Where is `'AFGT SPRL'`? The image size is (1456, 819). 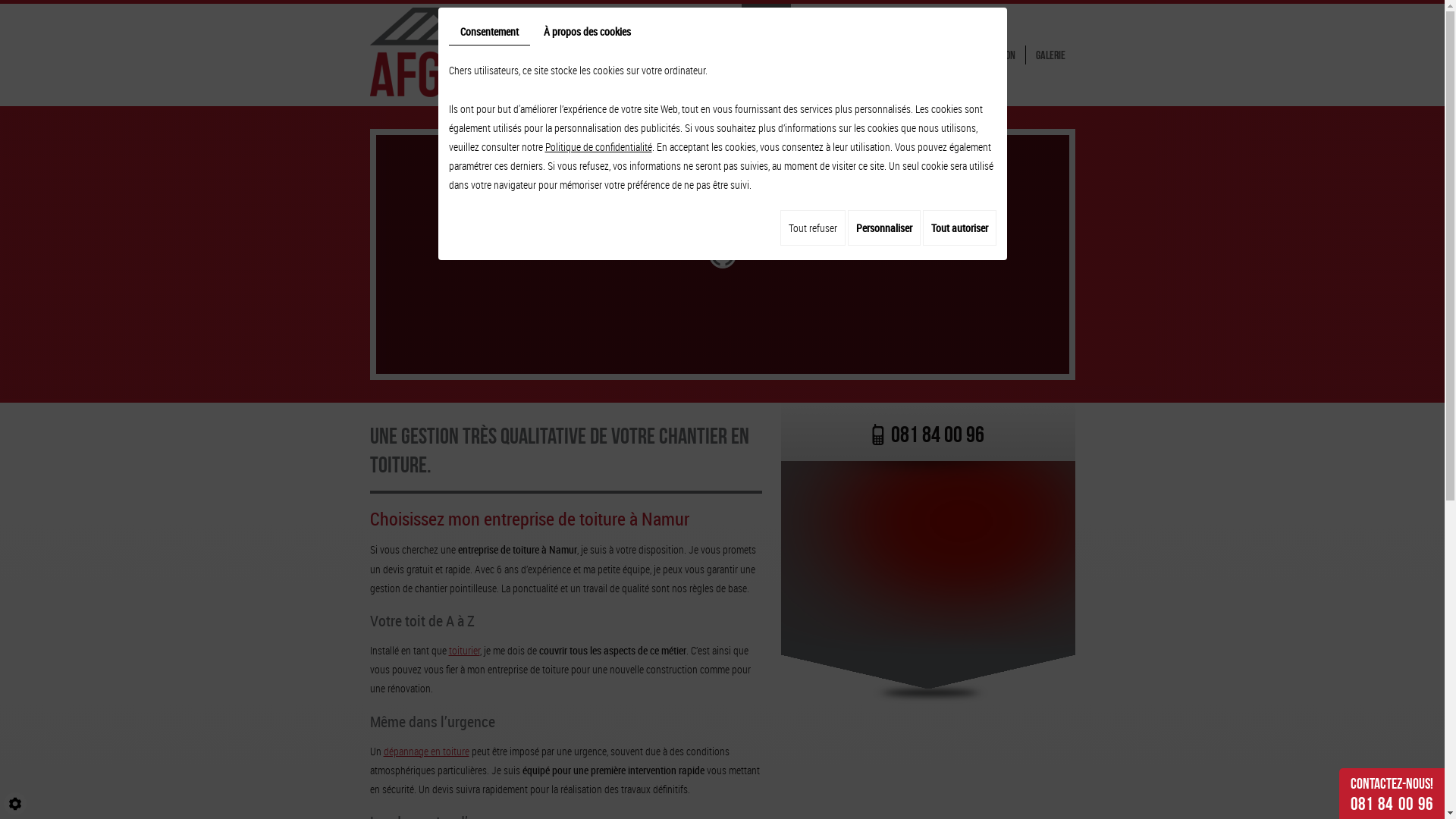 'AFGT SPRL' is located at coordinates (453, 49).